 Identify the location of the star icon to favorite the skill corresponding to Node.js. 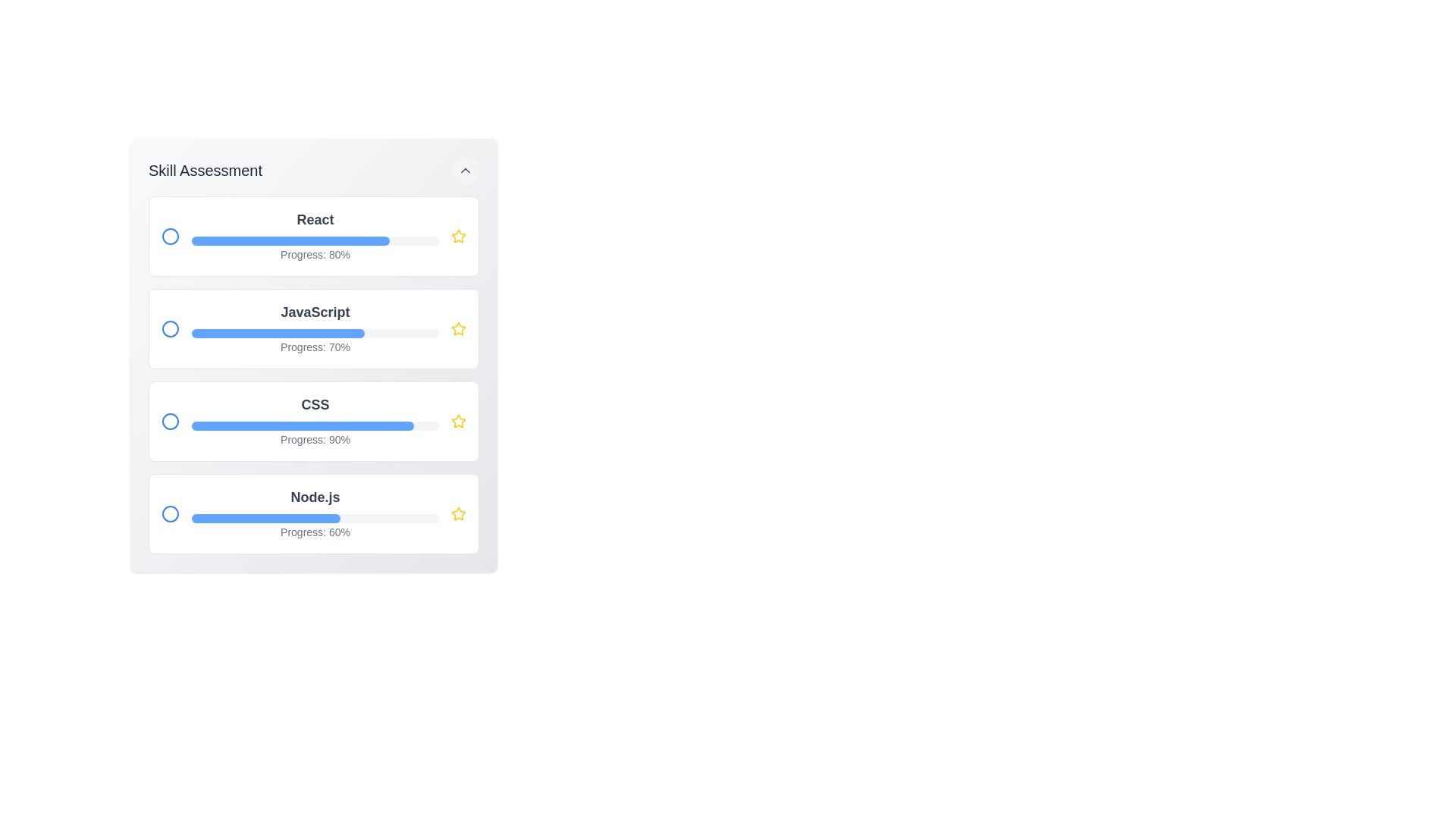
(457, 513).